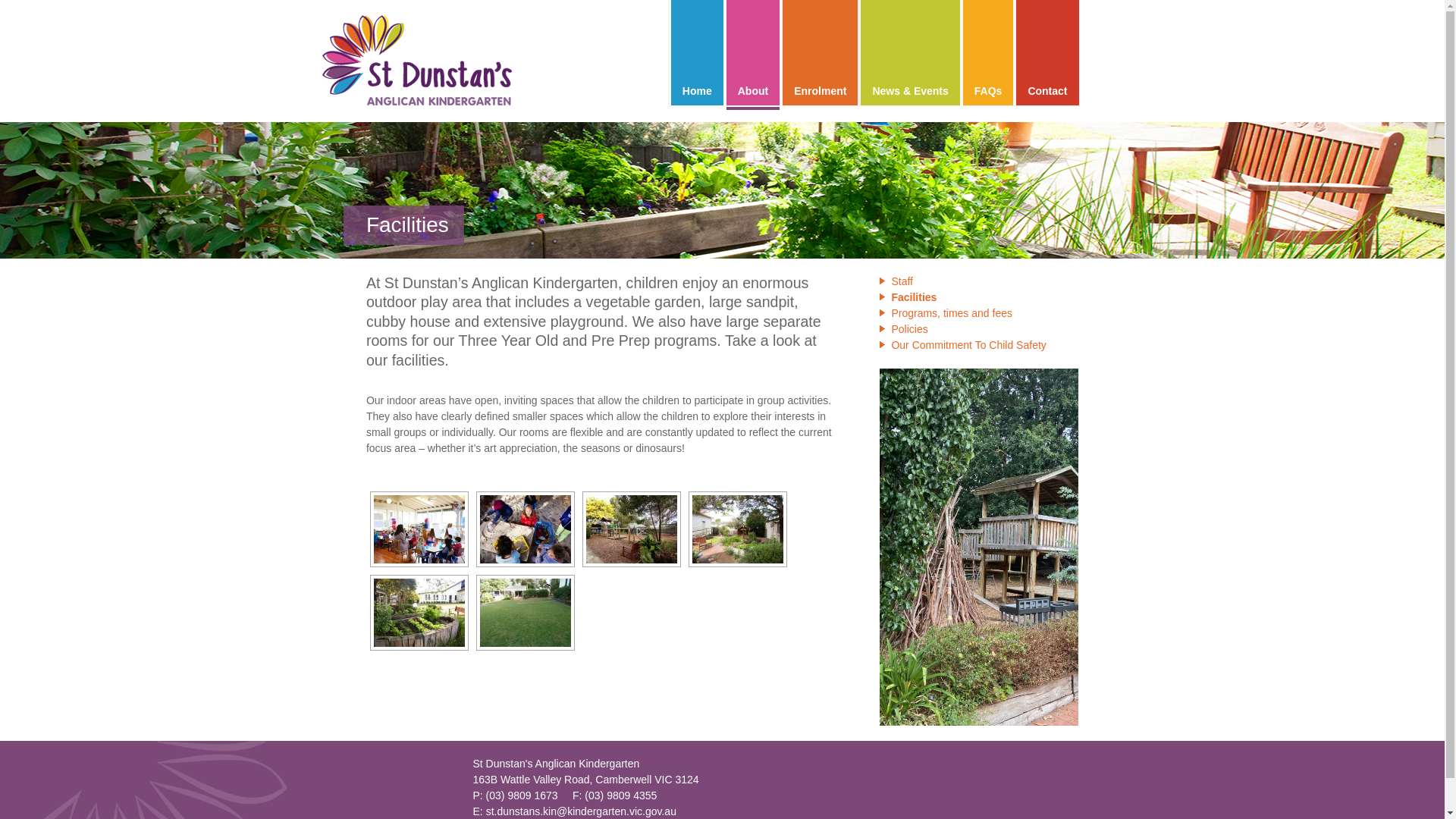 This screenshot has height=819, width=1456. I want to click on 'About', so click(753, 52).